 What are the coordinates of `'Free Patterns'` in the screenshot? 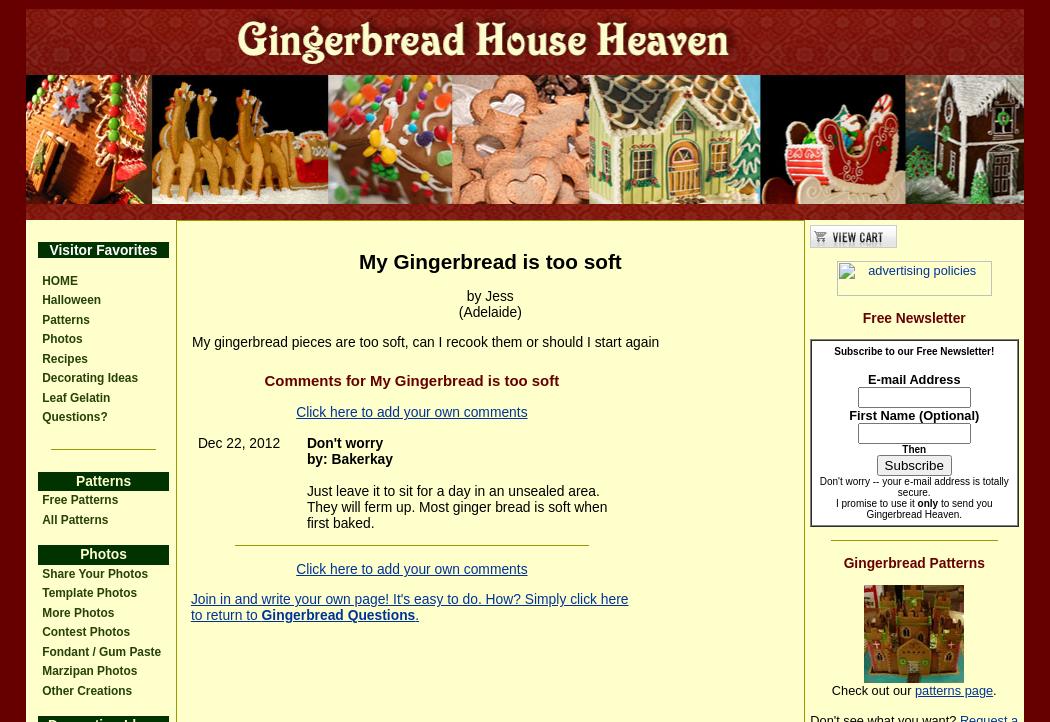 It's located at (80, 499).